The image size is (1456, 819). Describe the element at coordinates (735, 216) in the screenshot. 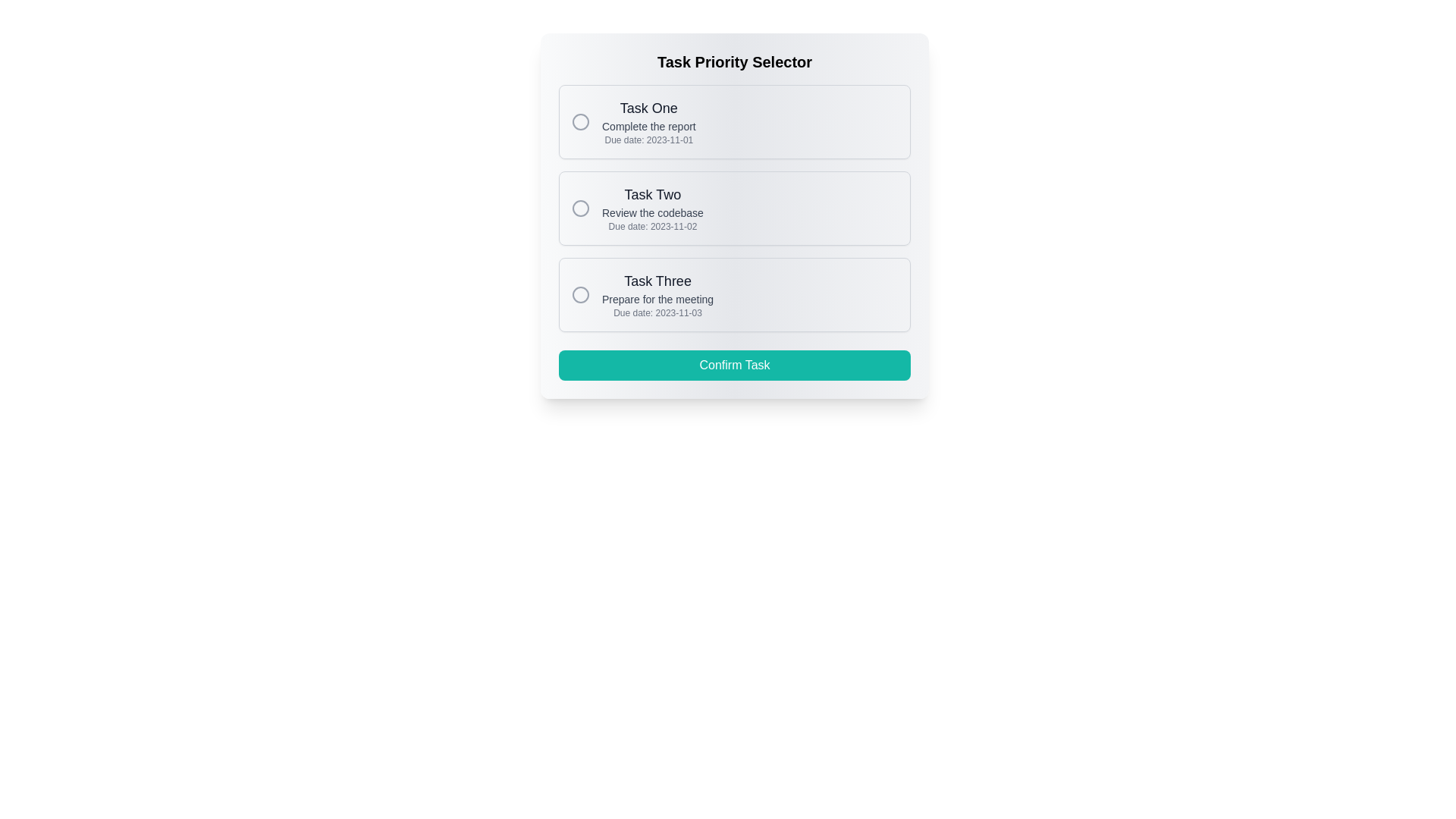

I see `the task item representing the second task card in the 'Task Priority Selector'` at that location.